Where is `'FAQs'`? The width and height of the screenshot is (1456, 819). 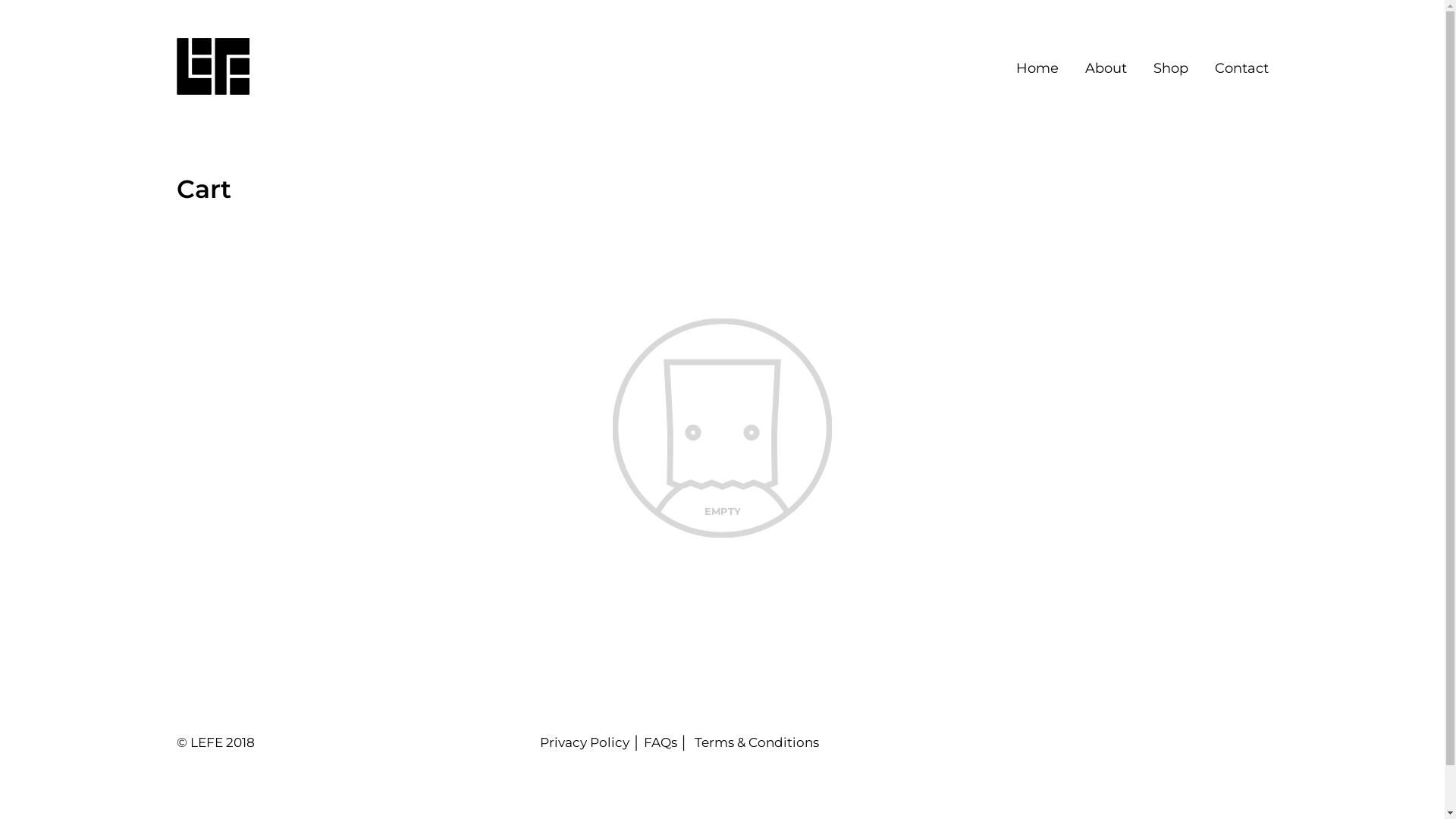 'FAQs' is located at coordinates (644, 742).